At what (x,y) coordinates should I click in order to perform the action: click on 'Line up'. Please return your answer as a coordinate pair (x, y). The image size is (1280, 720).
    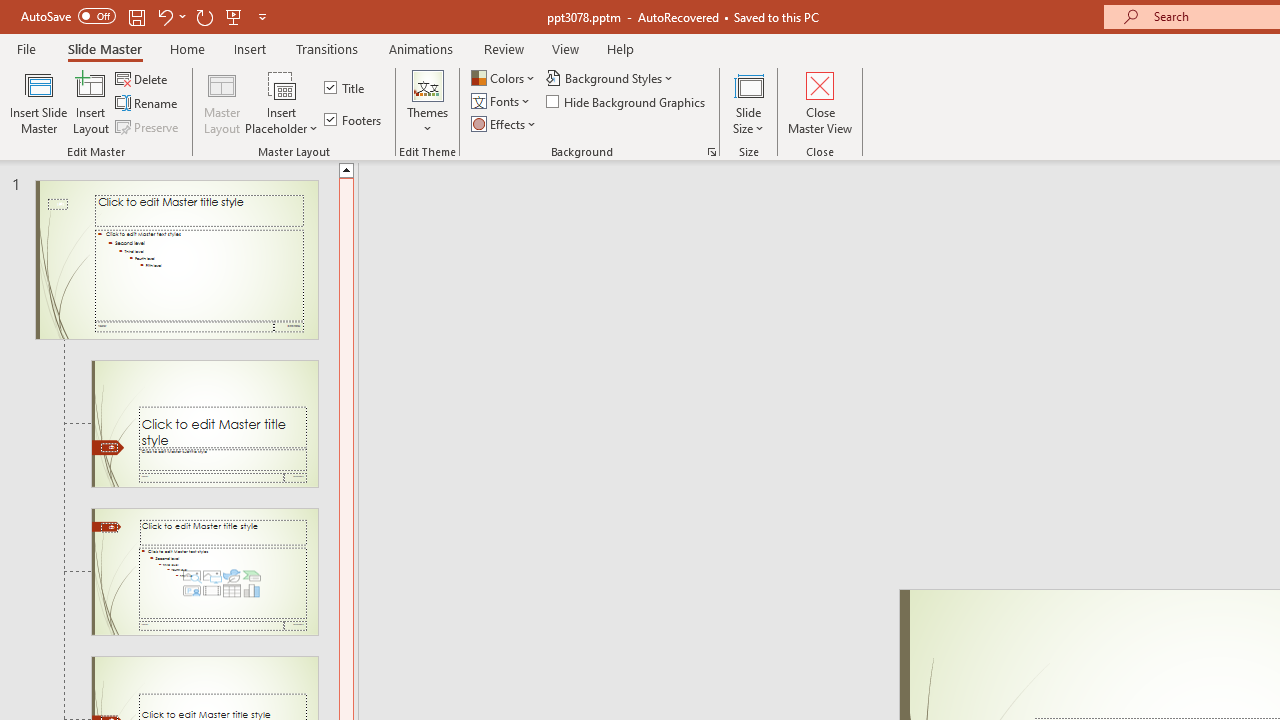
    Looking at the image, I should click on (346, 168).